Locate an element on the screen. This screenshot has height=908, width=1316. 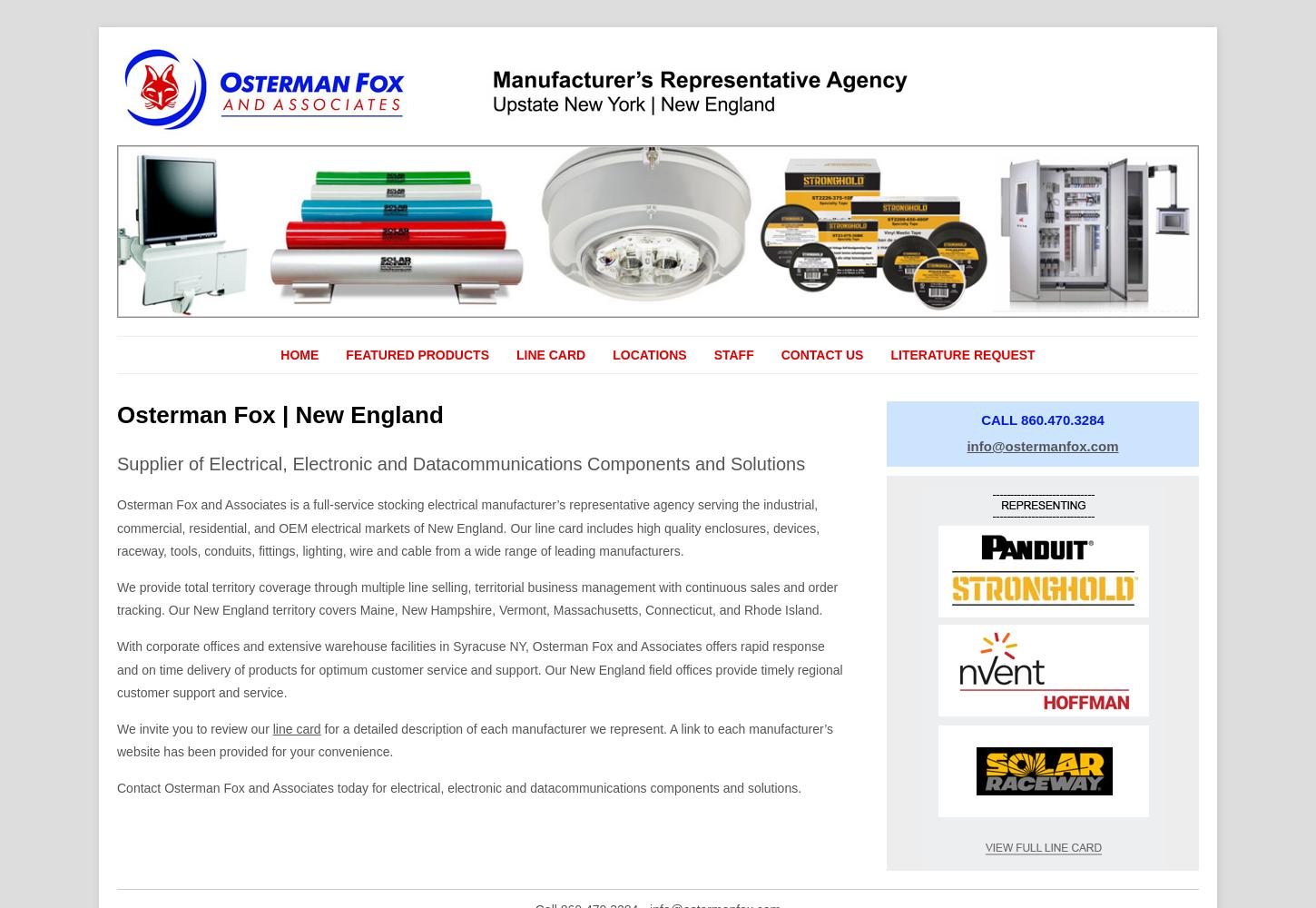
'Osterman Fox and Associates is a full-service stocking electrical manufacturer’s representative agency serving the industrial, commercial, residential, and OEM electrical markets of New England. Our line card includes high quality enclosures, devices, raceway, tools, conduits, fittings, lighting, wire and cable from a wide range of leading manufacturers.' is located at coordinates (468, 527).